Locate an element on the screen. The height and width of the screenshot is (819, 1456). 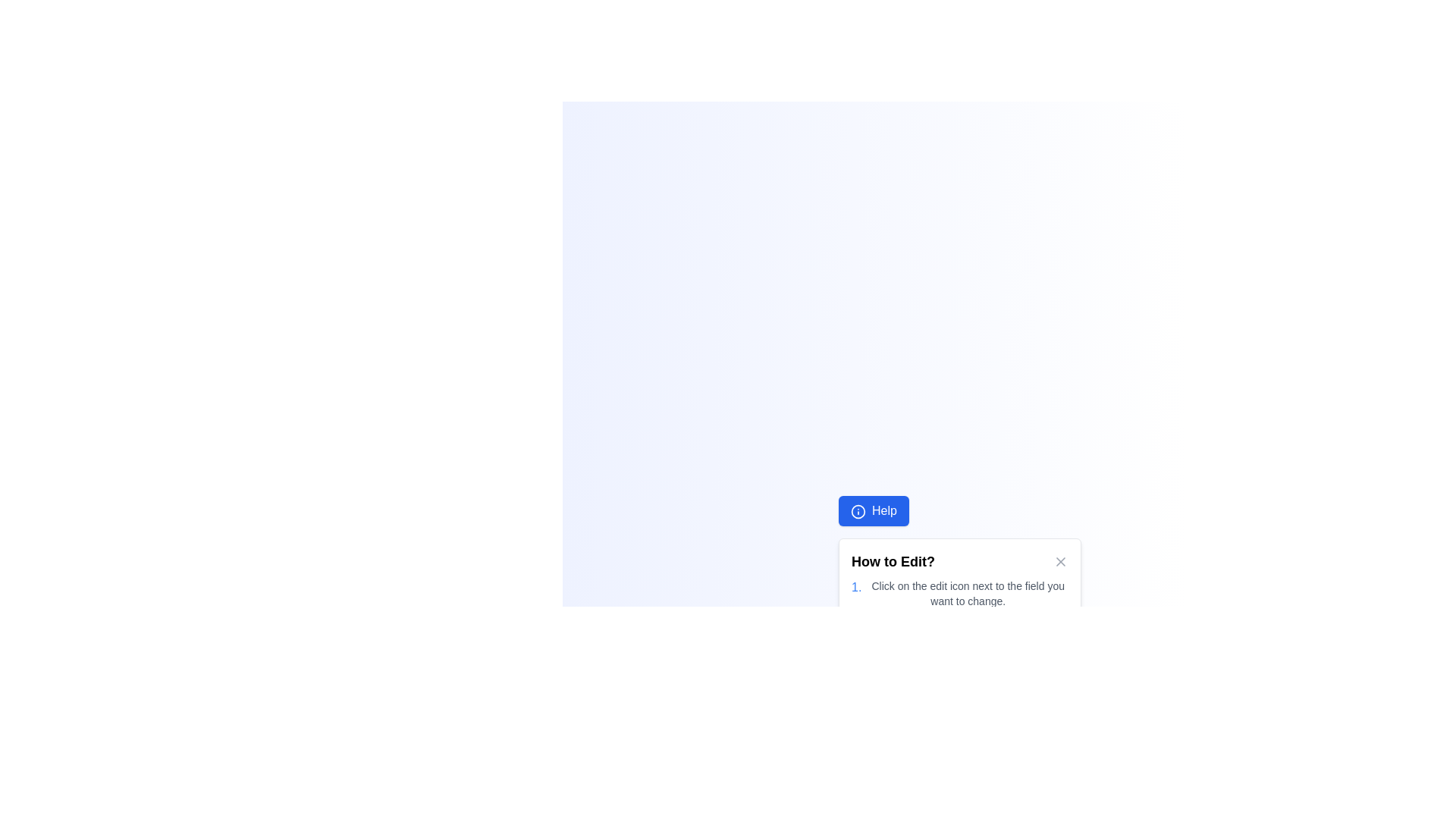
the button containing the graphic representation within the SVG icon located in the bottom-right portion of the UI layout is located at coordinates (858, 511).